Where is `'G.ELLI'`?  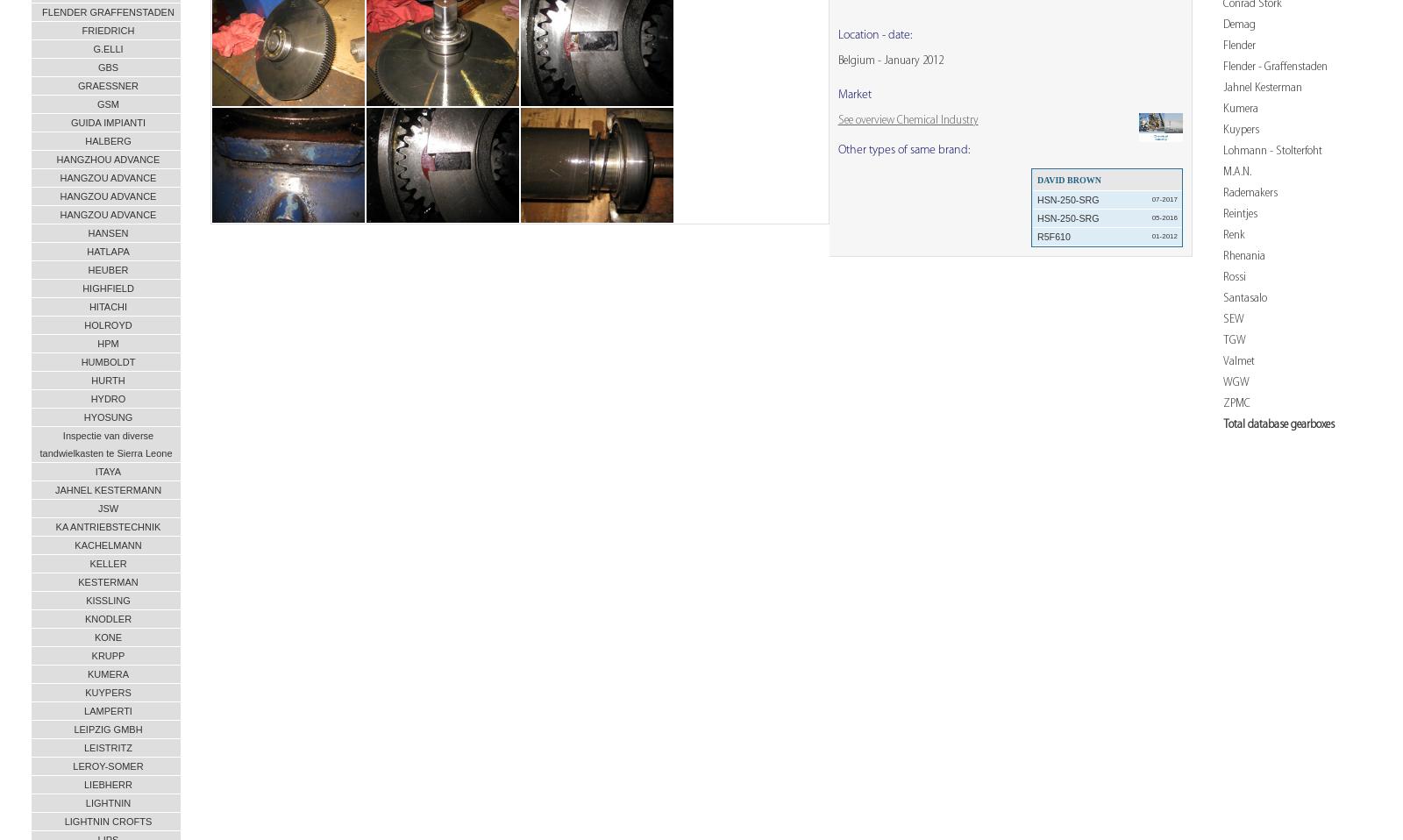 'G.ELLI' is located at coordinates (107, 48).